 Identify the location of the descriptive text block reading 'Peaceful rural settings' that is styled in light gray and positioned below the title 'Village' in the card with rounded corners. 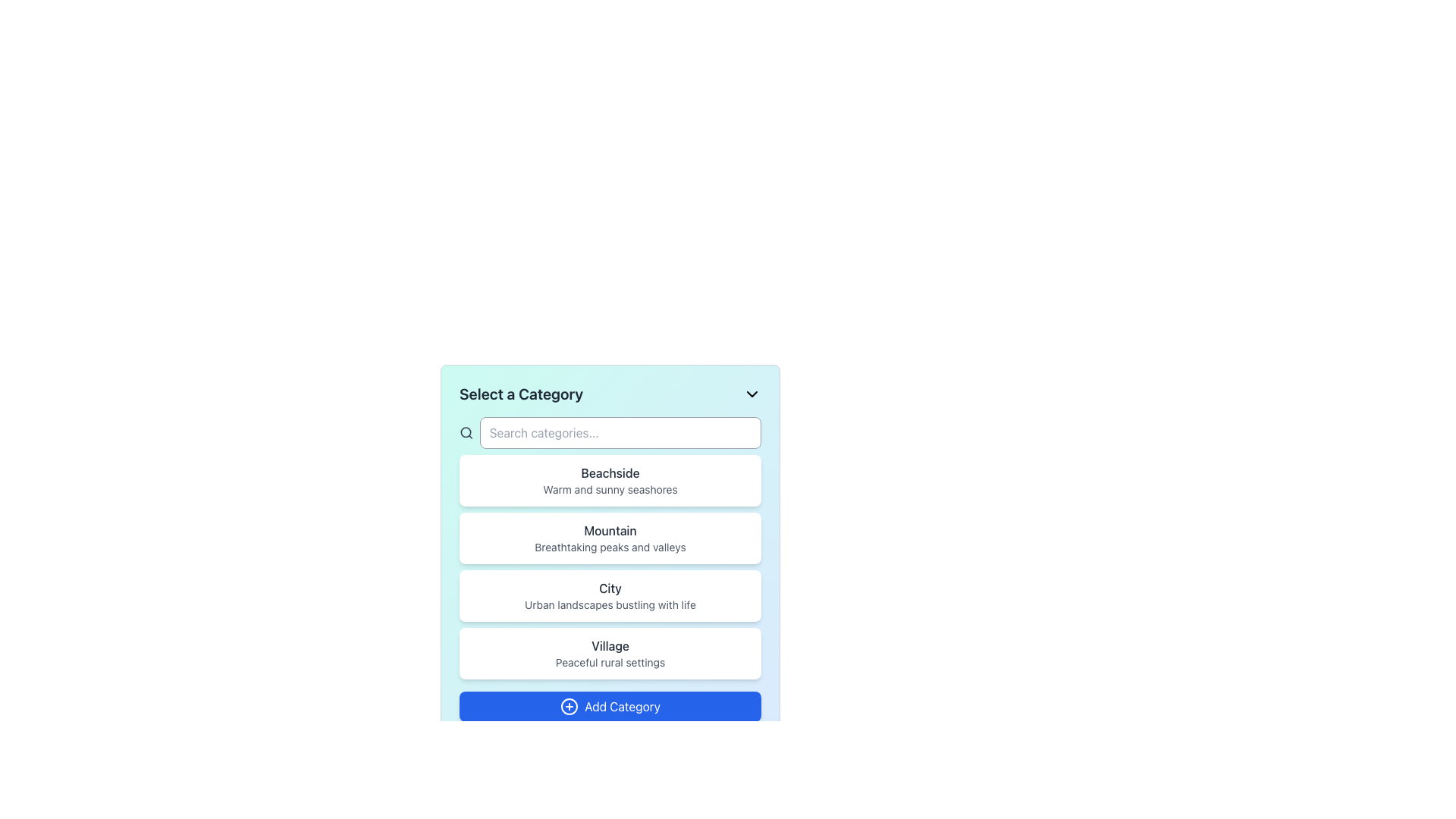
(610, 662).